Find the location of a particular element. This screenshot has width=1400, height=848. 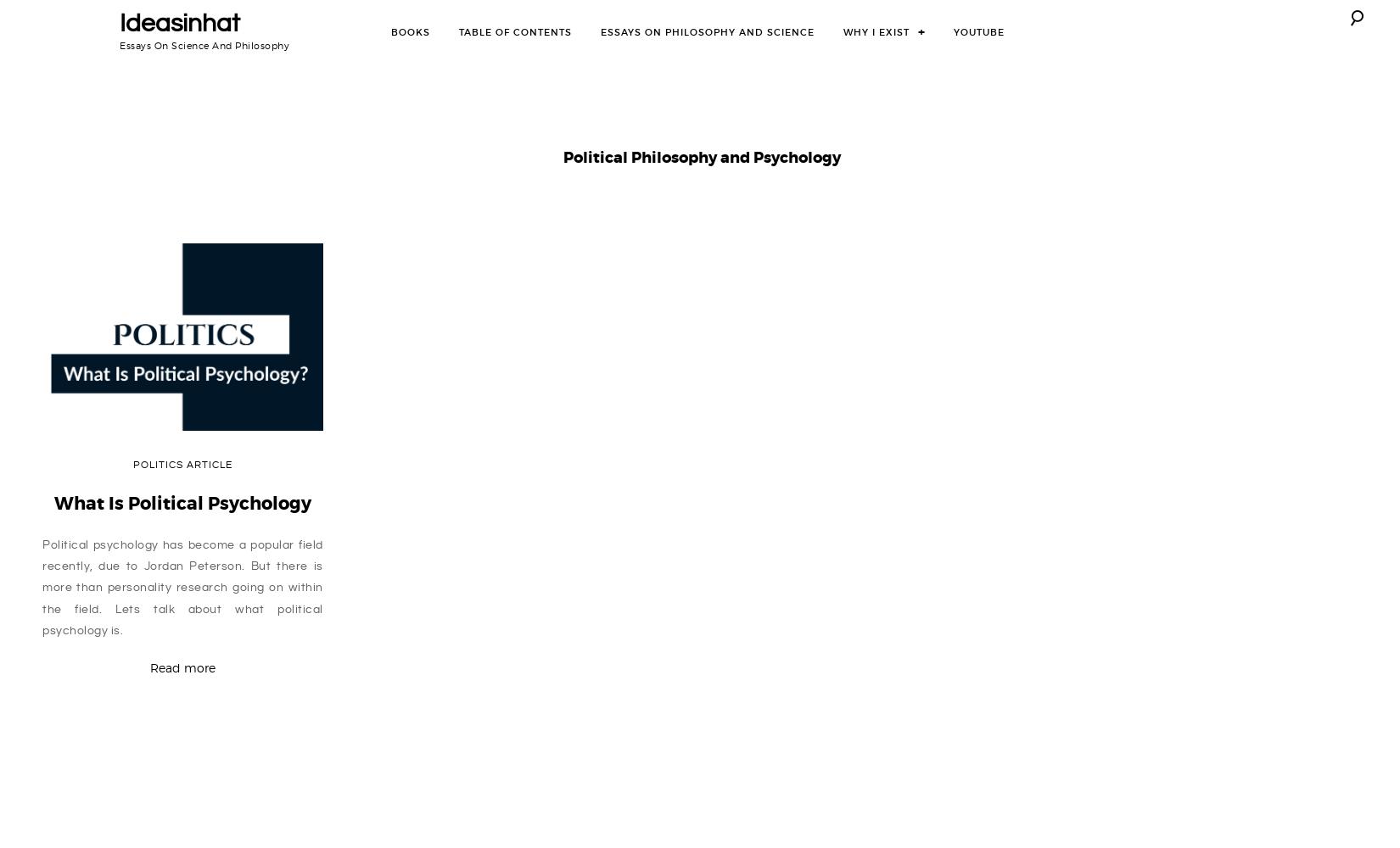

'Political psychology has become a popular field recently, due to Jordan Peterson. But there is more than personality research going on within the field. Lets talk about what political psychology is.' is located at coordinates (42, 587).